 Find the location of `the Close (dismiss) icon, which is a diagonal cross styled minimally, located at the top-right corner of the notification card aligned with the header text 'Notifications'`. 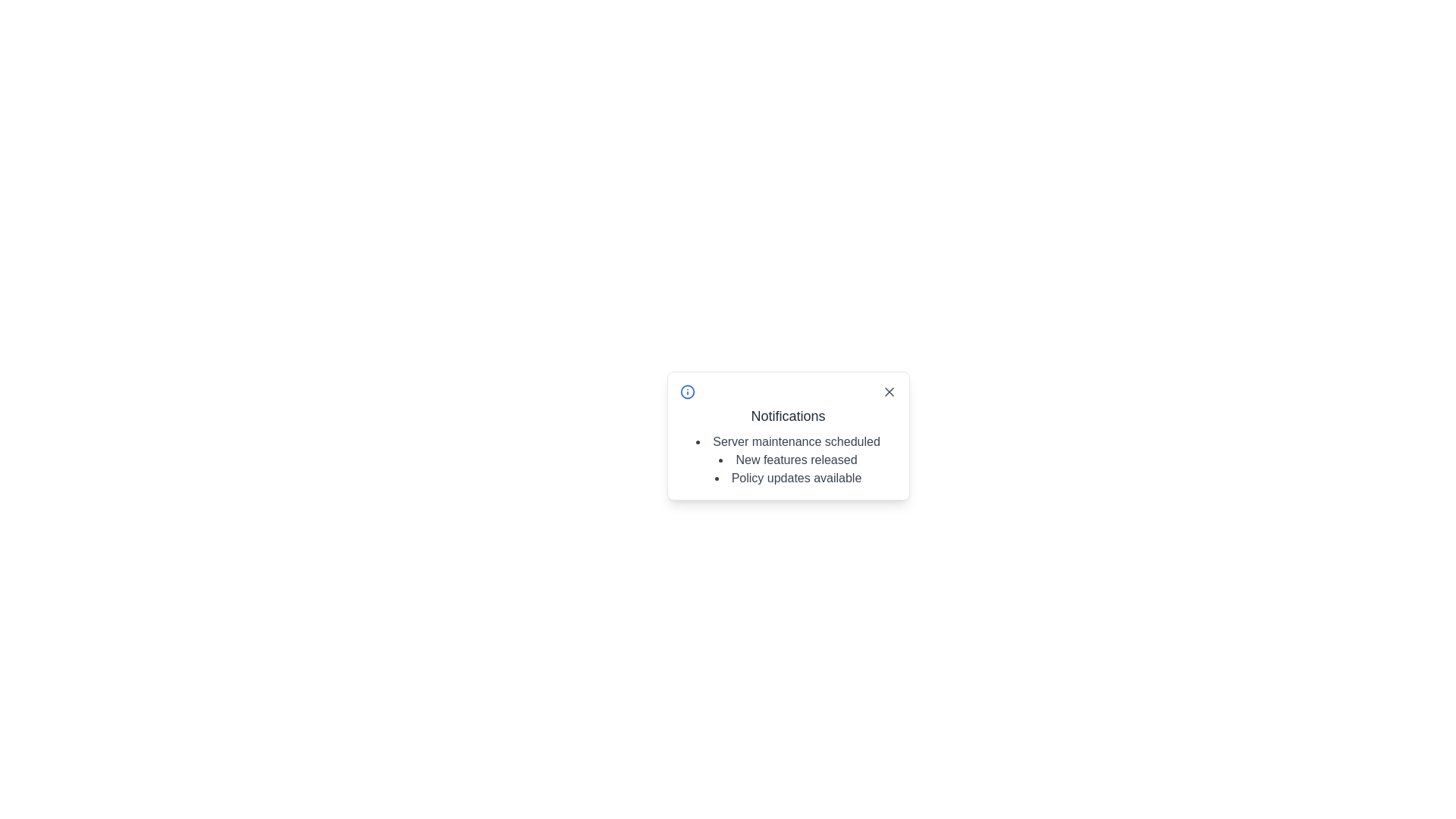

the Close (dismiss) icon, which is a diagonal cross styled minimally, located at the top-right corner of the notification card aligned with the header text 'Notifications' is located at coordinates (889, 391).